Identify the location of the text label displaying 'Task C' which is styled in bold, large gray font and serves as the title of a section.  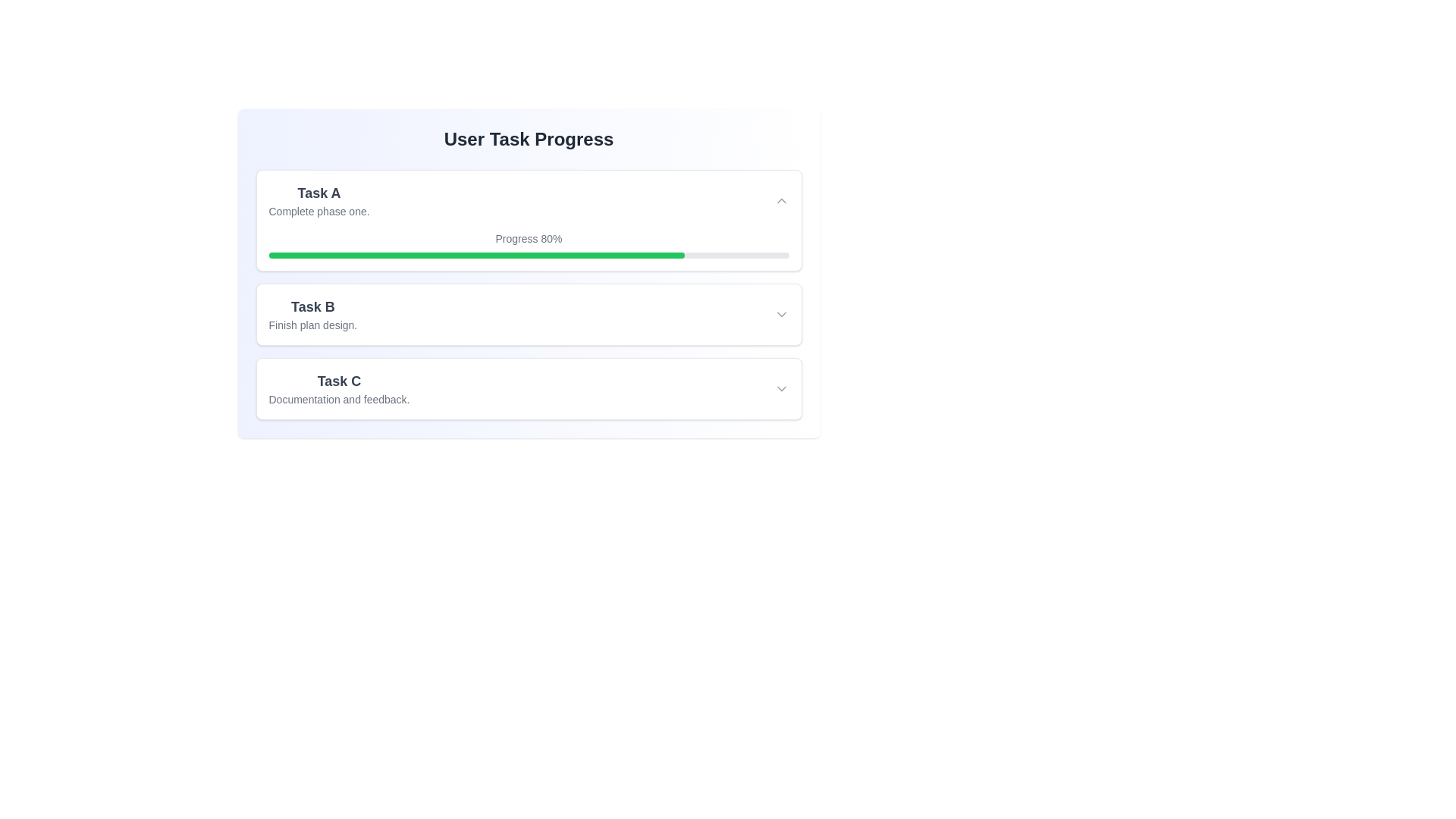
(338, 380).